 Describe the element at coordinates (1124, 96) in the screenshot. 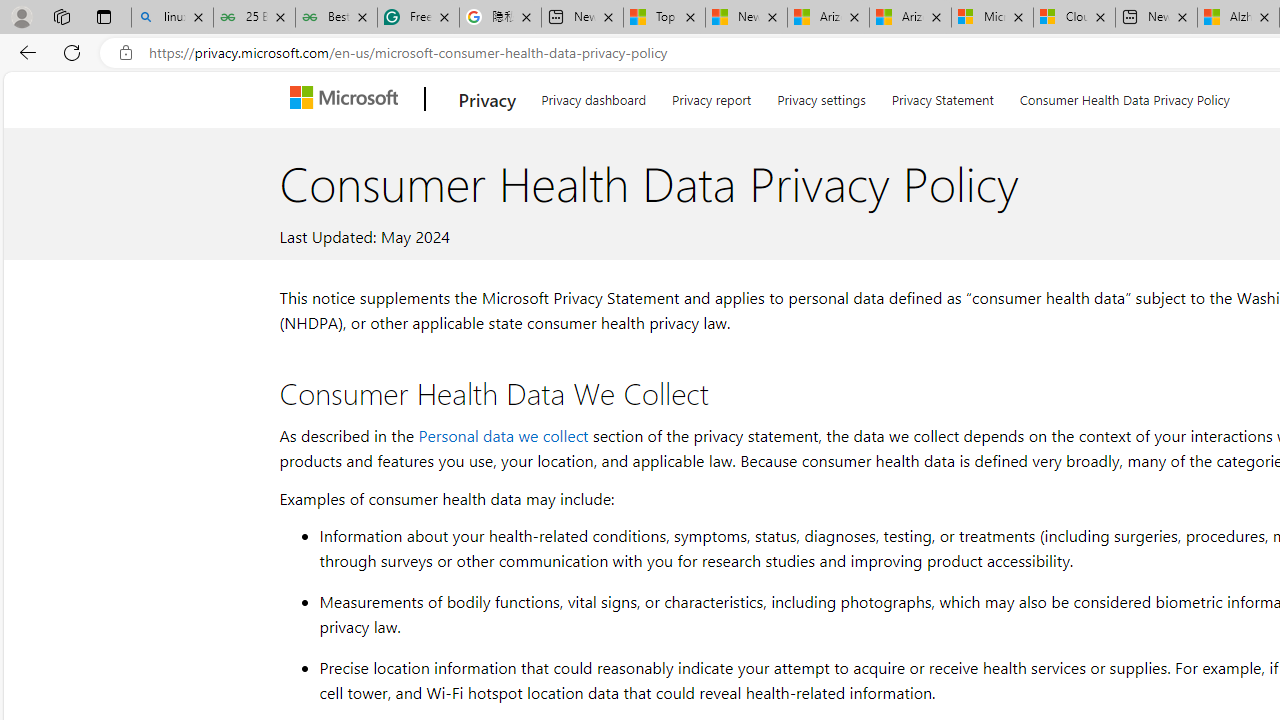

I see `'Consumer Health Data Privacy Policy'` at that location.